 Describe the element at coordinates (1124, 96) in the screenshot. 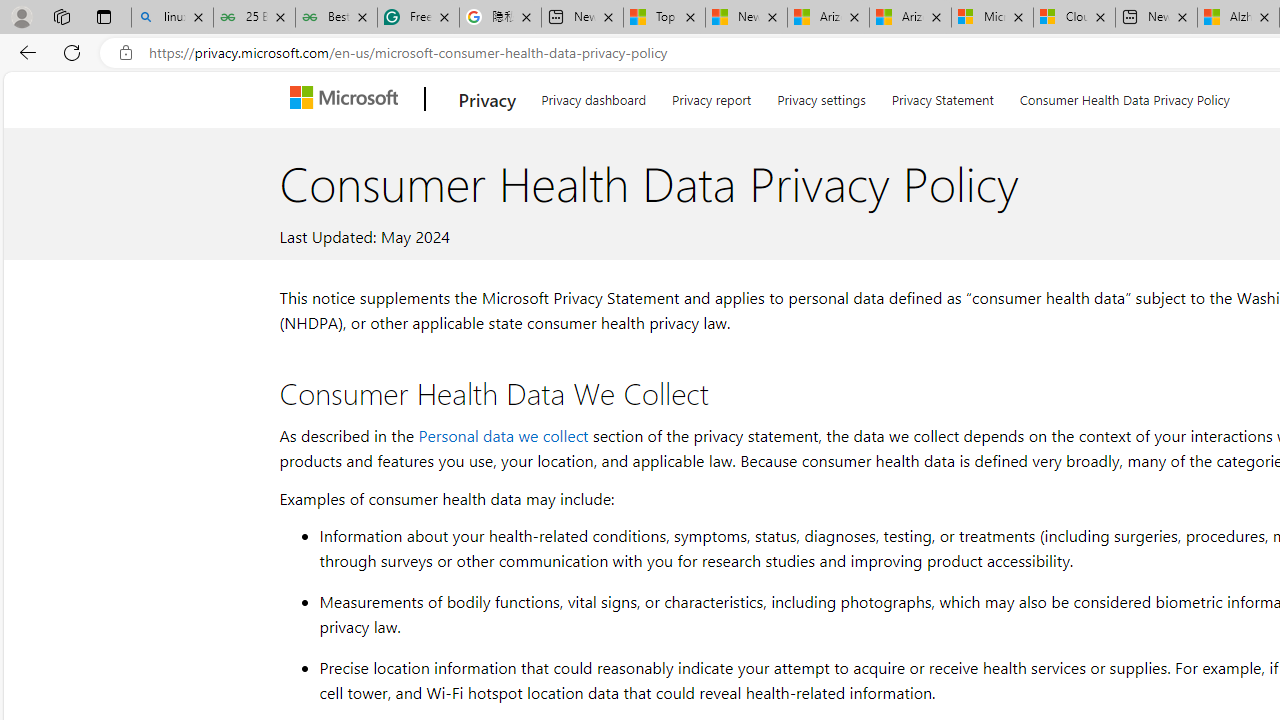

I see `'Consumer Health Data Privacy Policy'` at that location.